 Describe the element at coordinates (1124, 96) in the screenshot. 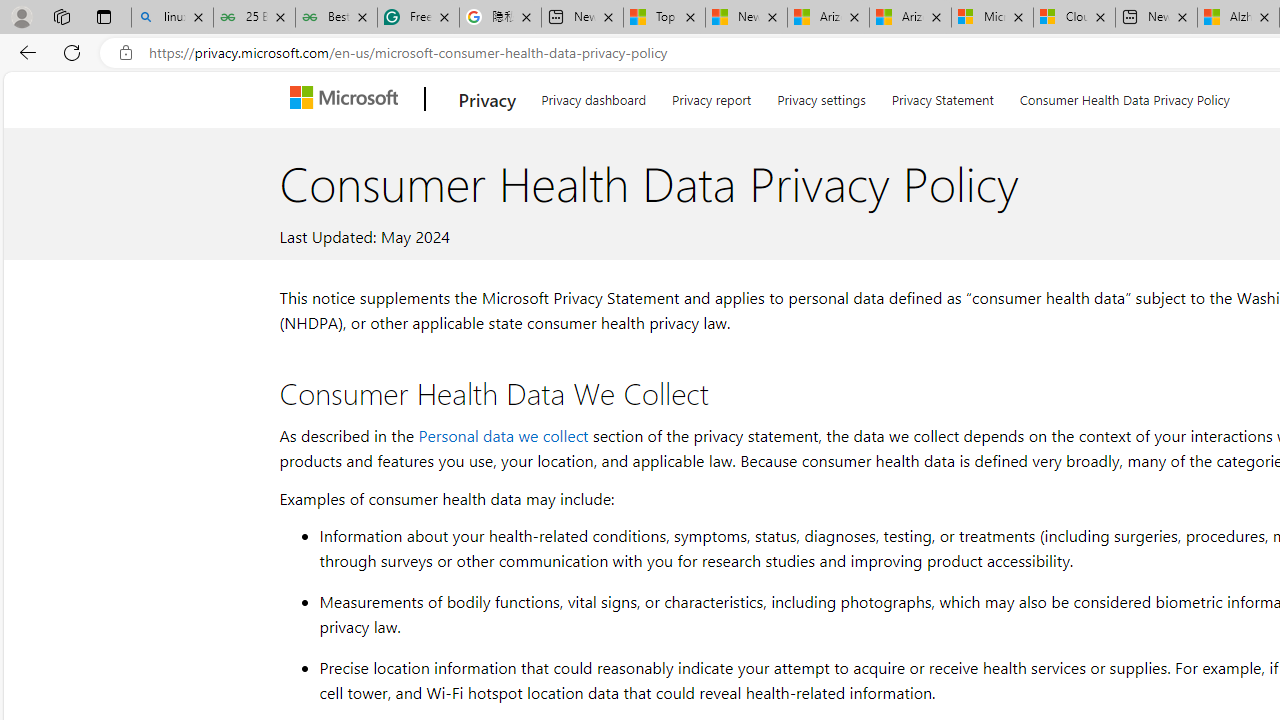

I see `'Consumer Health Data Privacy Policy'` at that location.